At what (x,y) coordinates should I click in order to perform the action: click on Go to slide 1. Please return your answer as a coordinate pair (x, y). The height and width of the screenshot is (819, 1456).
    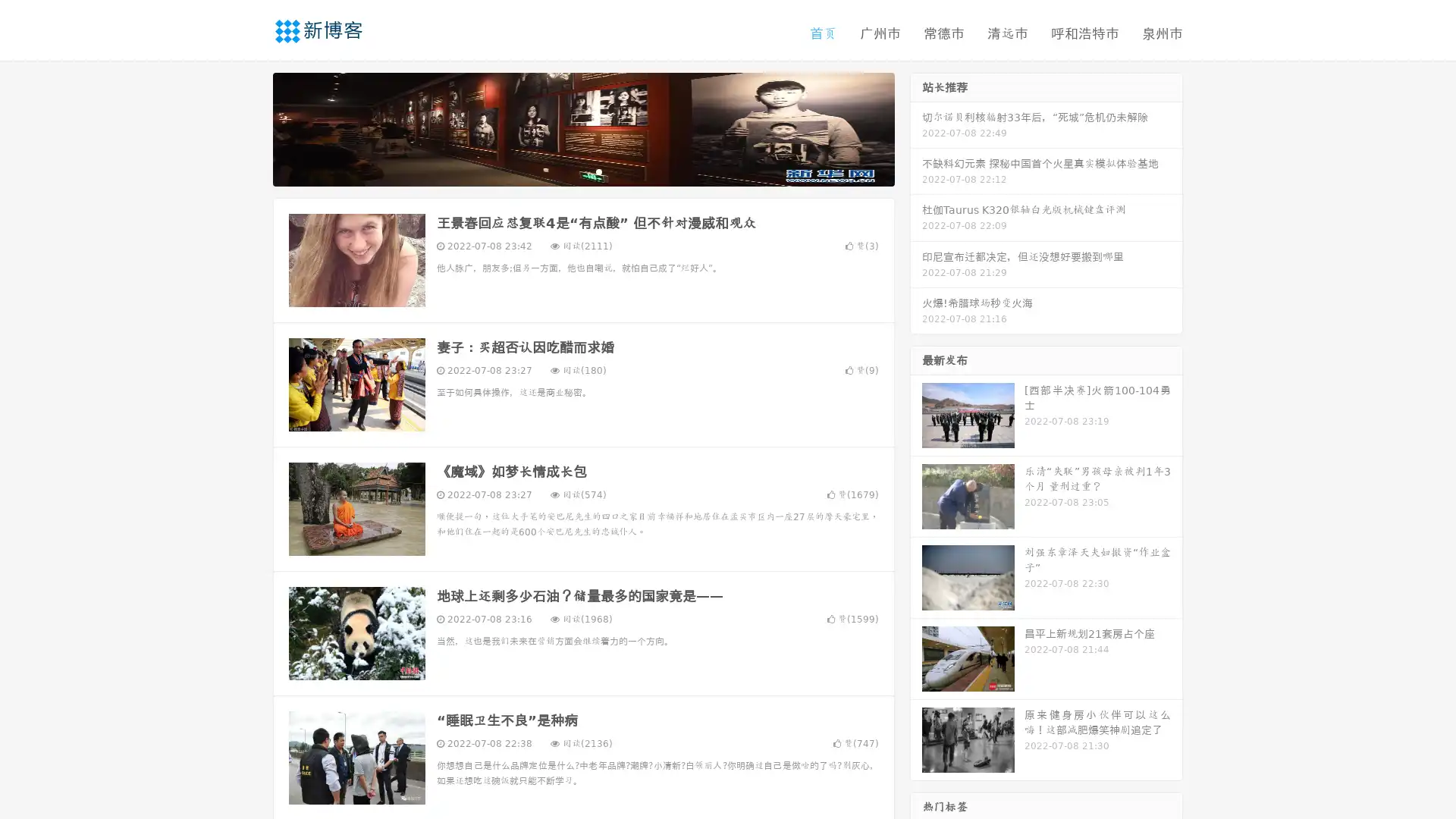
    Looking at the image, I should click on (567, 171).